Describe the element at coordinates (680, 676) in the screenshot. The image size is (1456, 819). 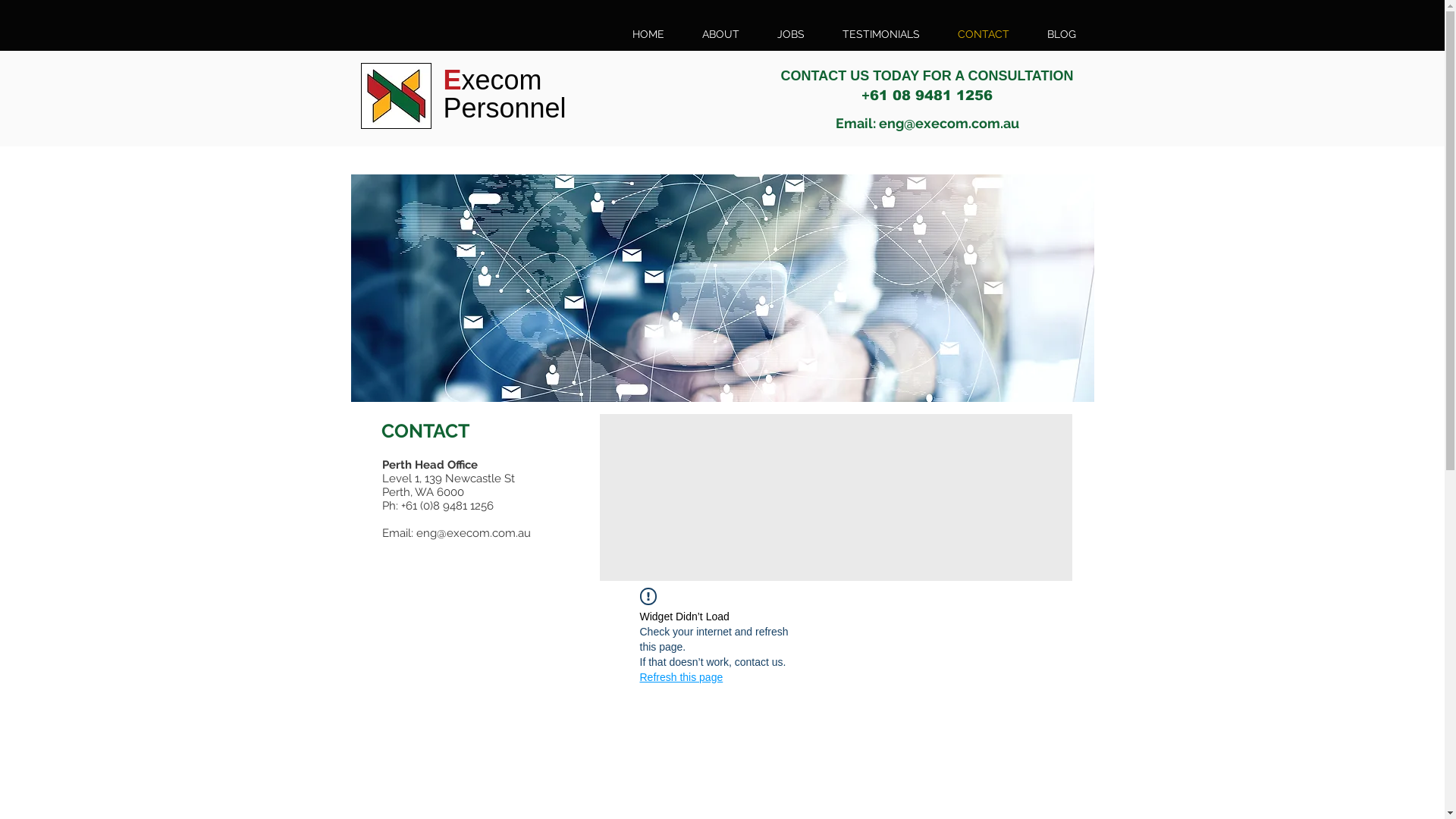
I see `'Refresh this page'` at that location.